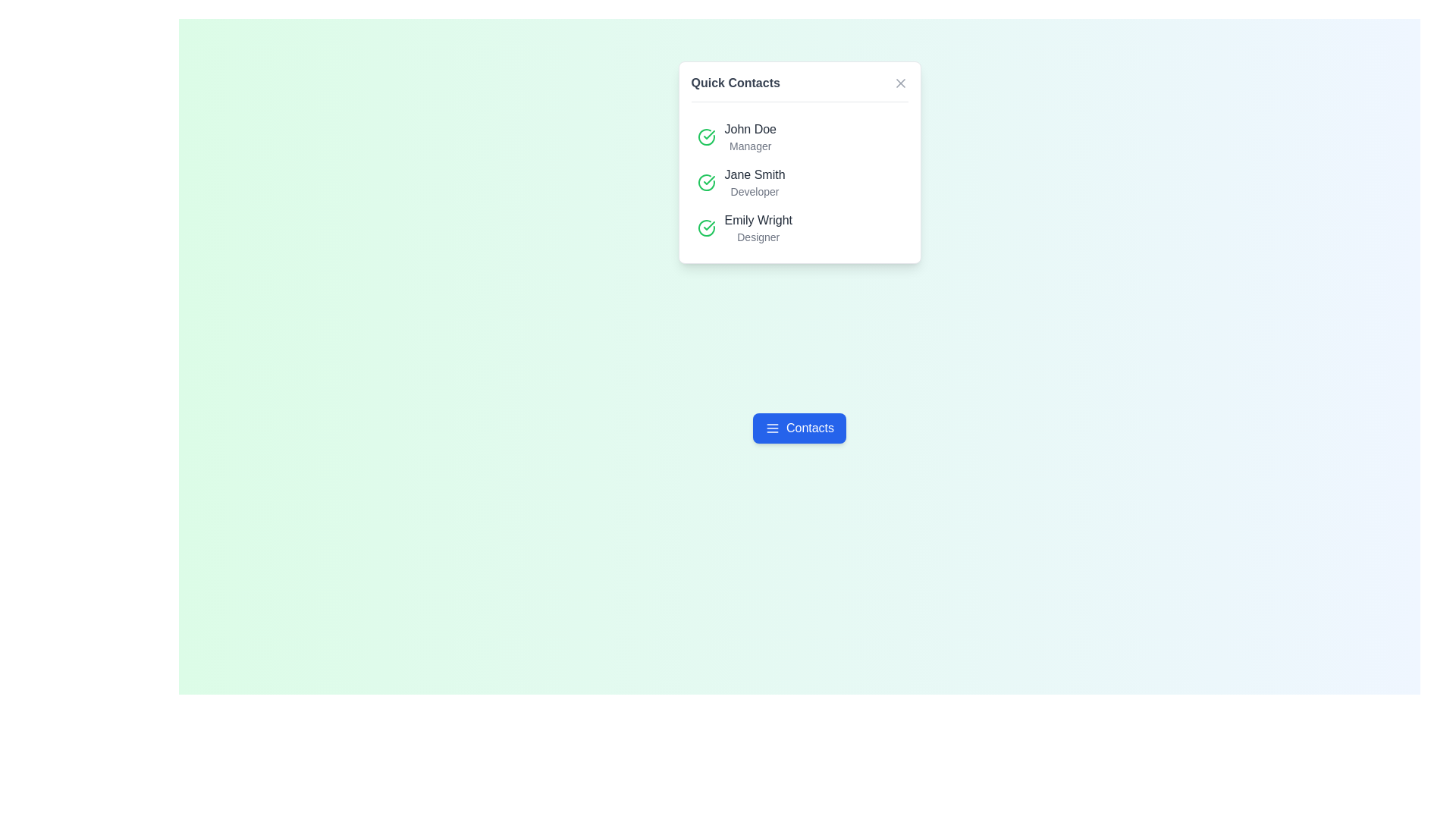  Describe the element at coordinates (705, 227) in the screenshot. I see `the circular green icon with a checkmark next to 'Emily Wright Designer'` at that location.